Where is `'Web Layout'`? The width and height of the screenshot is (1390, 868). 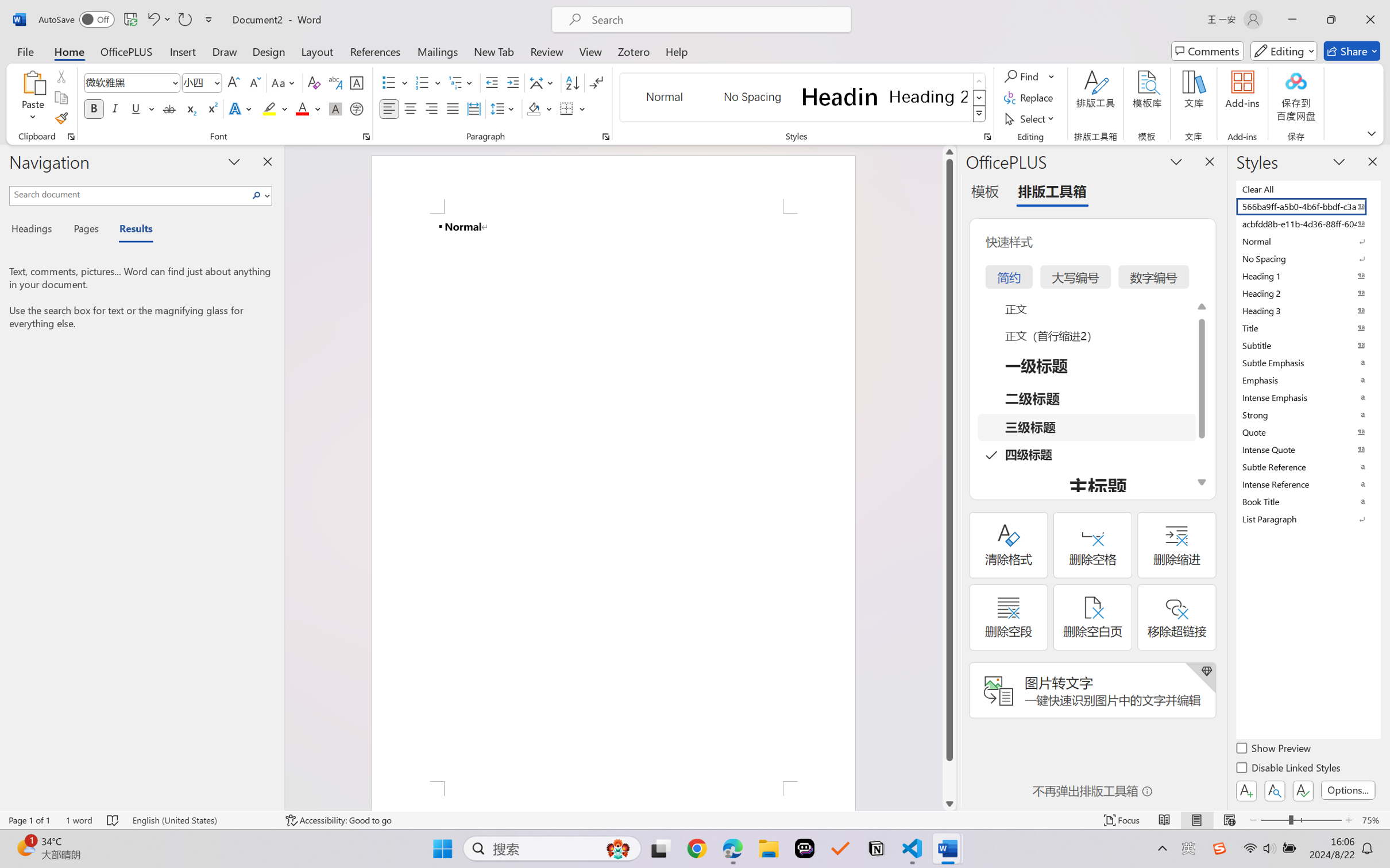
'Web Layout' is located at coordinates (1229, 820).